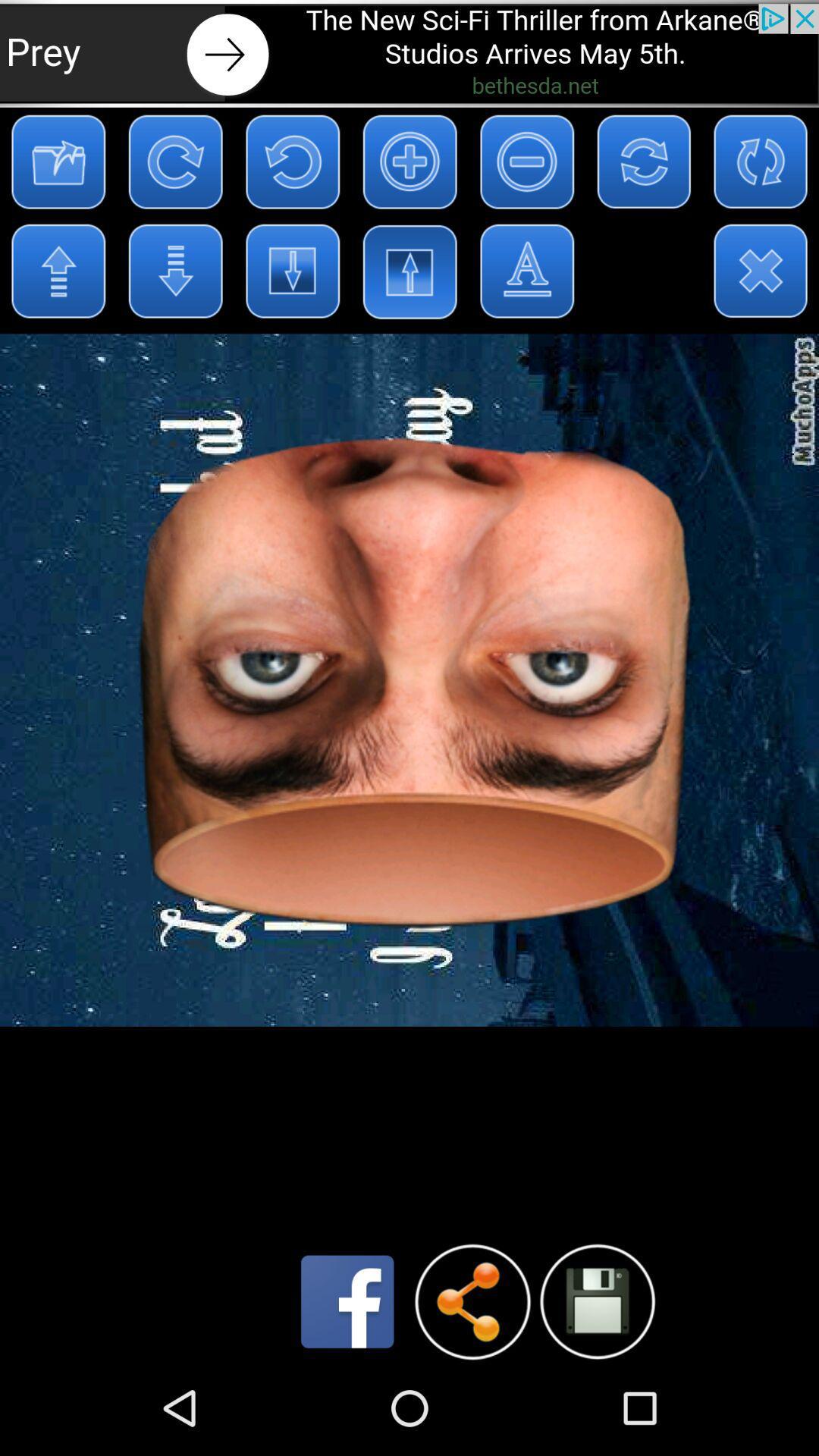  What do you see at coordinates (347, 1301) in the screenshot?
I see `share to facebook` at bounding box center [347, 1301].